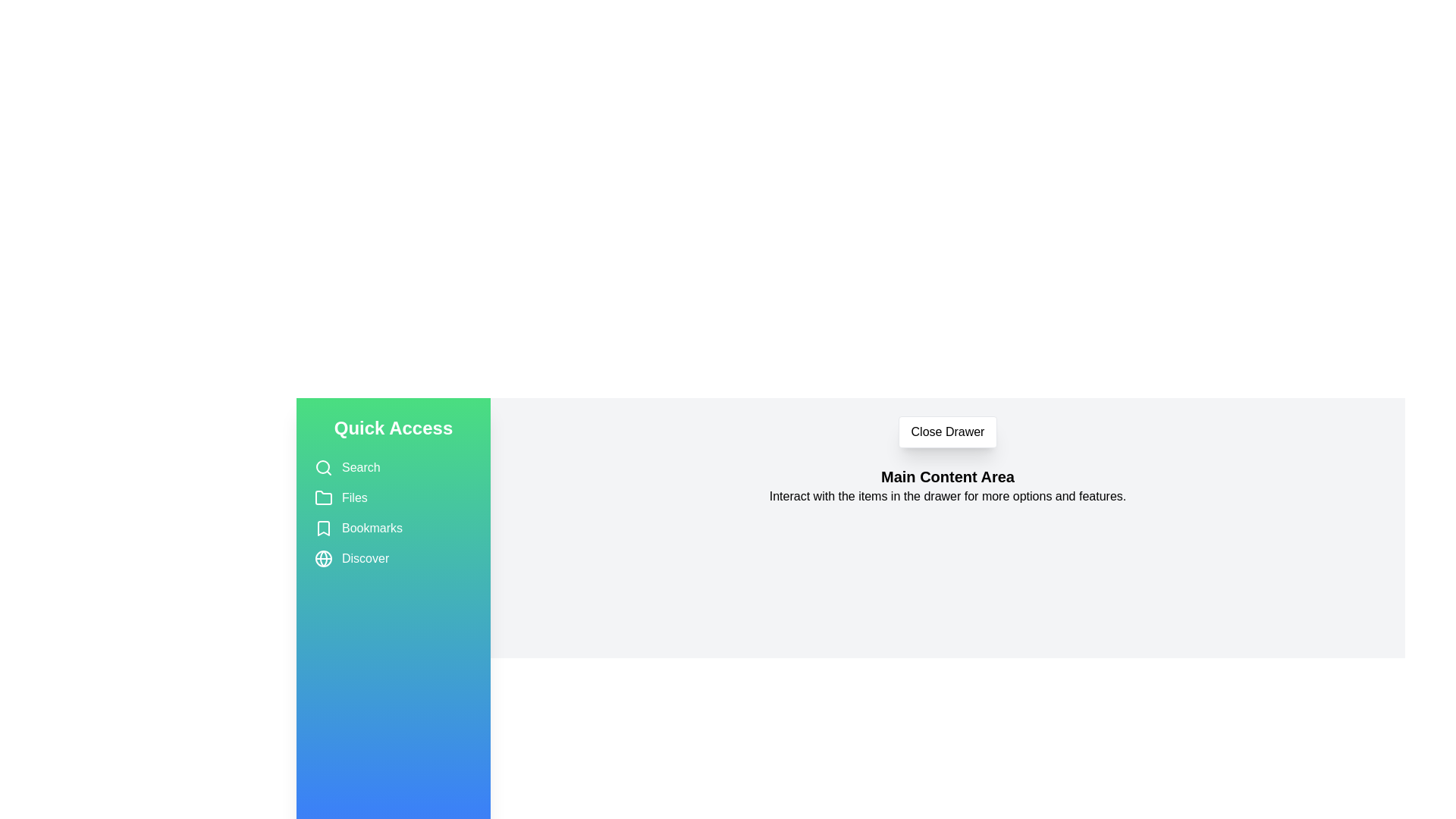  What do you see at coordinates (393, 497) in the screenshot?
I see `the item Files in the drawer to select it` at bounding box center [393, 497].